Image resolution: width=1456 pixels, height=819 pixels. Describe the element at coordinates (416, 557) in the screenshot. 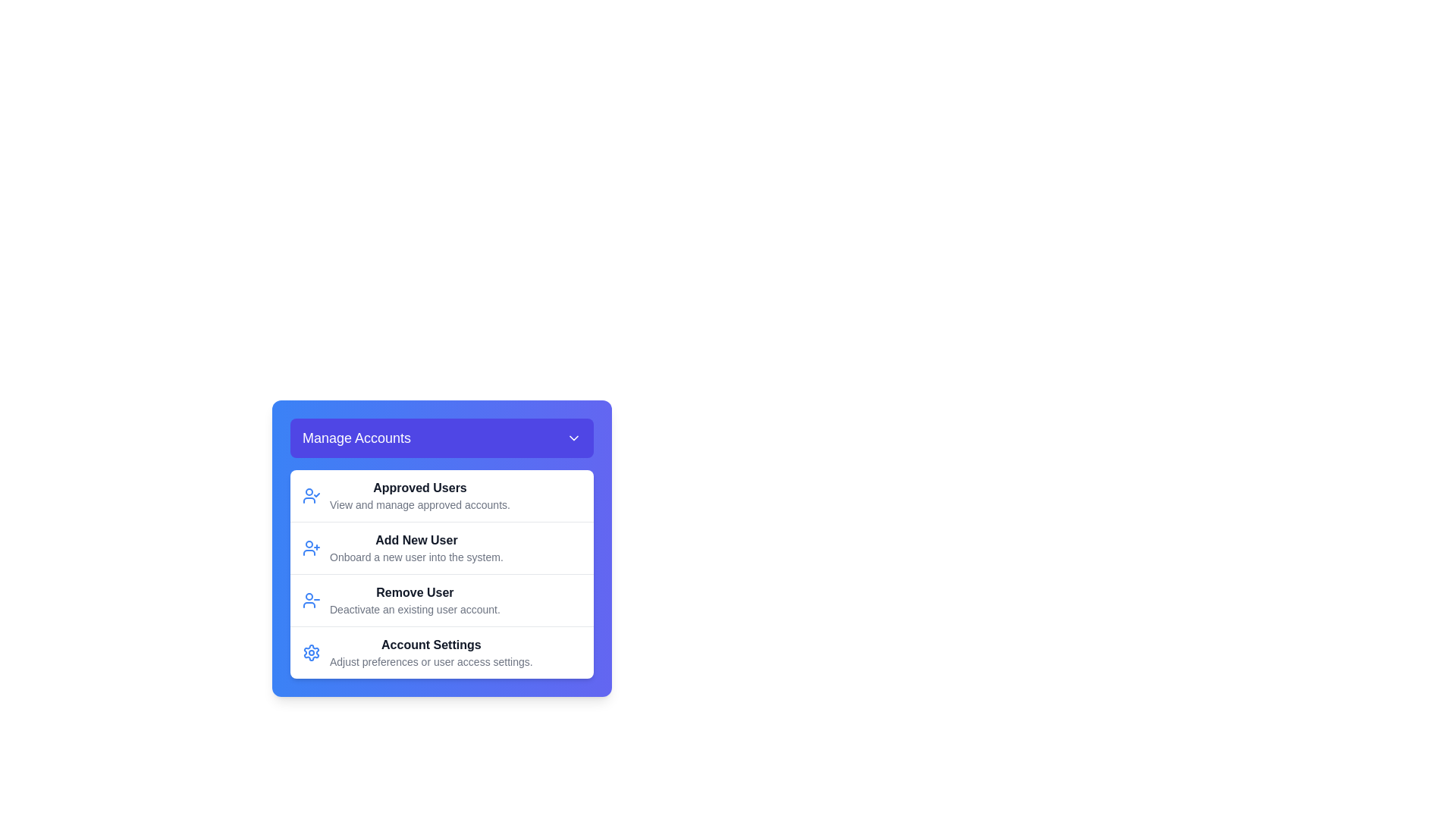

I see `the static text label providing additional information about the 'Add New User' action located beneath the bolded text 'Add New User' in the 'Manage Accounts' section` at that location.